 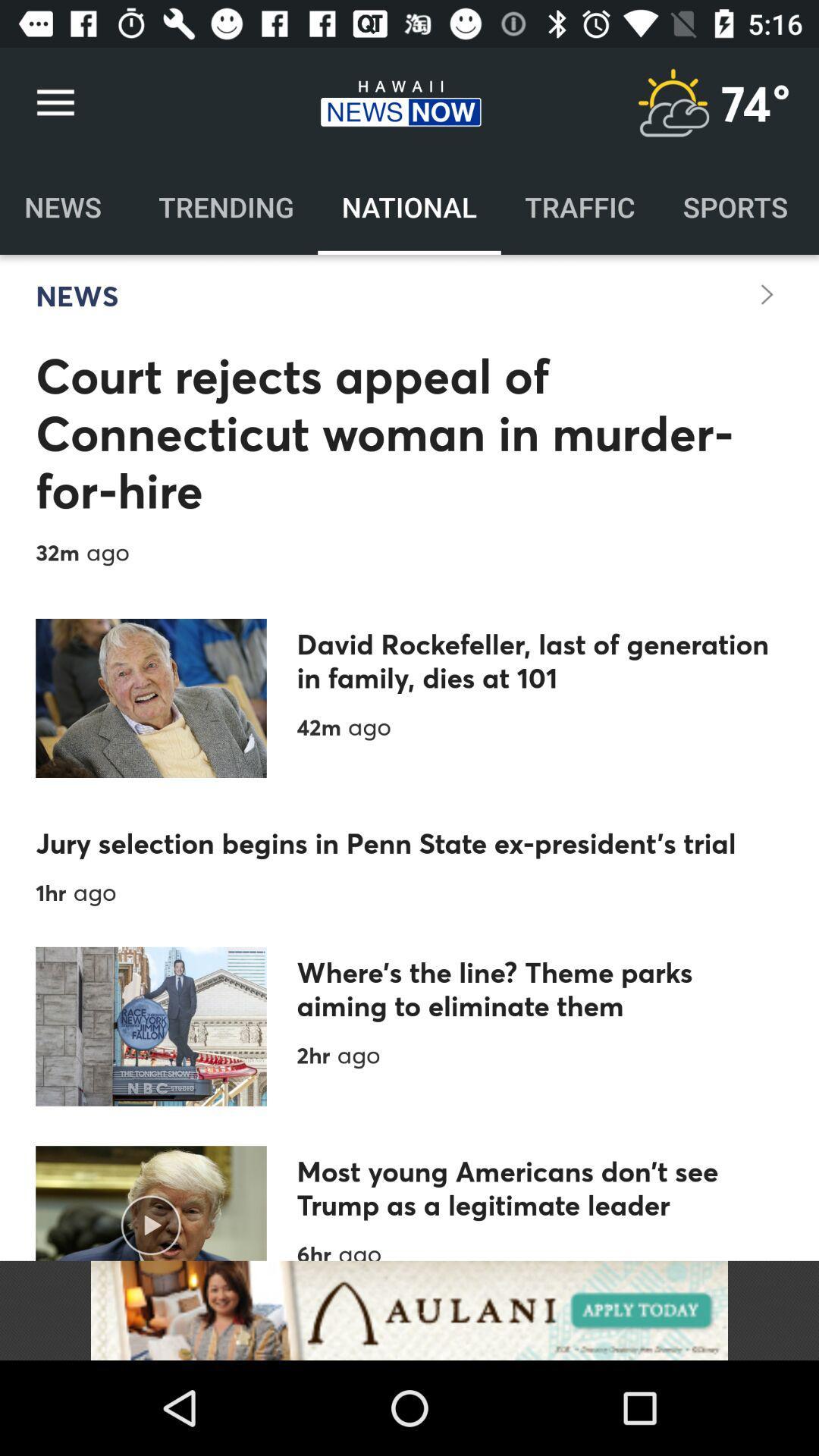 I want to click on see weather report, so click(x=672, y=102).